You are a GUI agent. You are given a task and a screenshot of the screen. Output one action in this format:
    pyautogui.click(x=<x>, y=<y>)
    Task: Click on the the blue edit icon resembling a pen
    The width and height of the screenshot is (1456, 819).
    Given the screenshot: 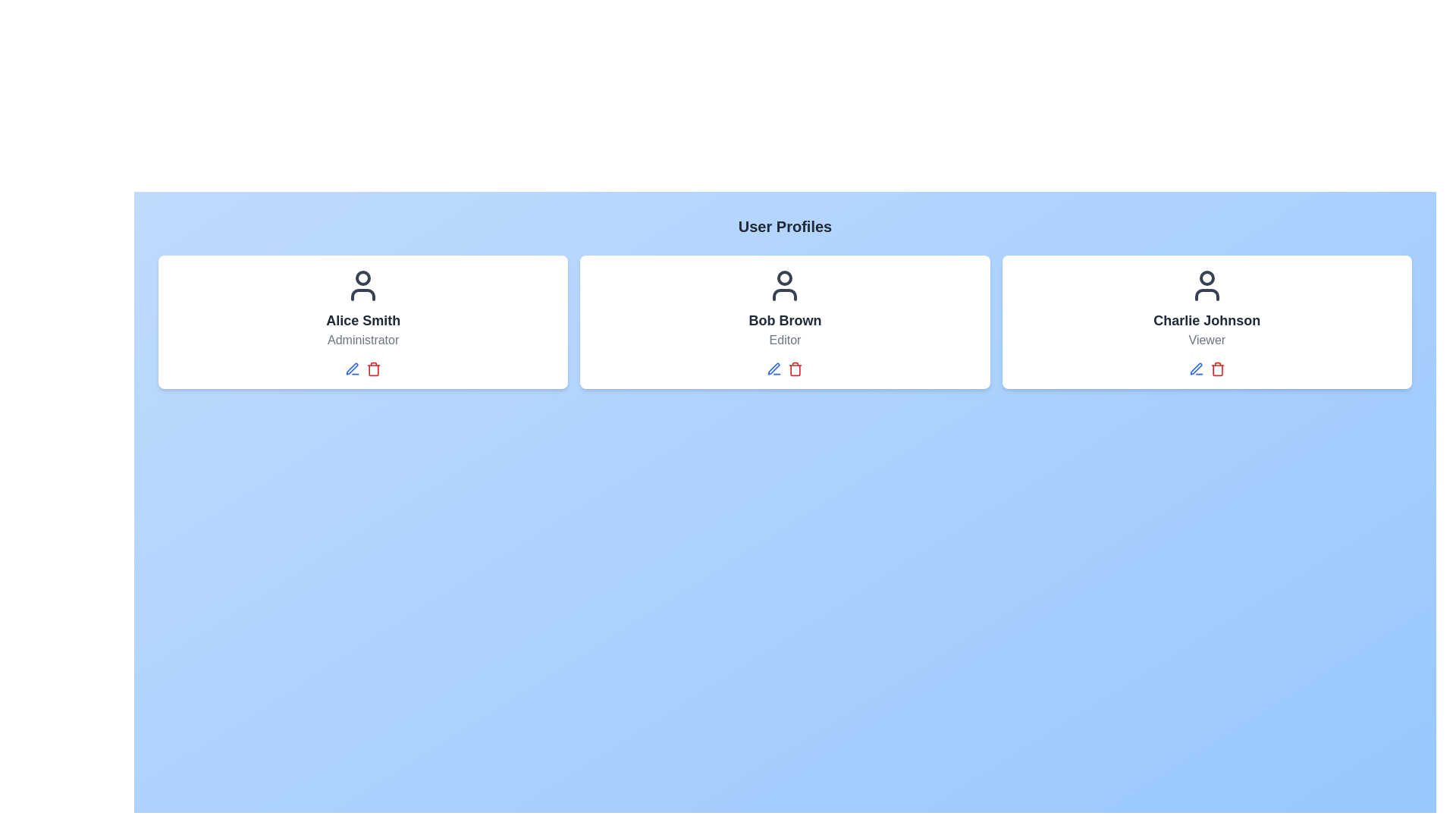 What is the action you would take?
    pyautogui.click(x=774, y=369)
    